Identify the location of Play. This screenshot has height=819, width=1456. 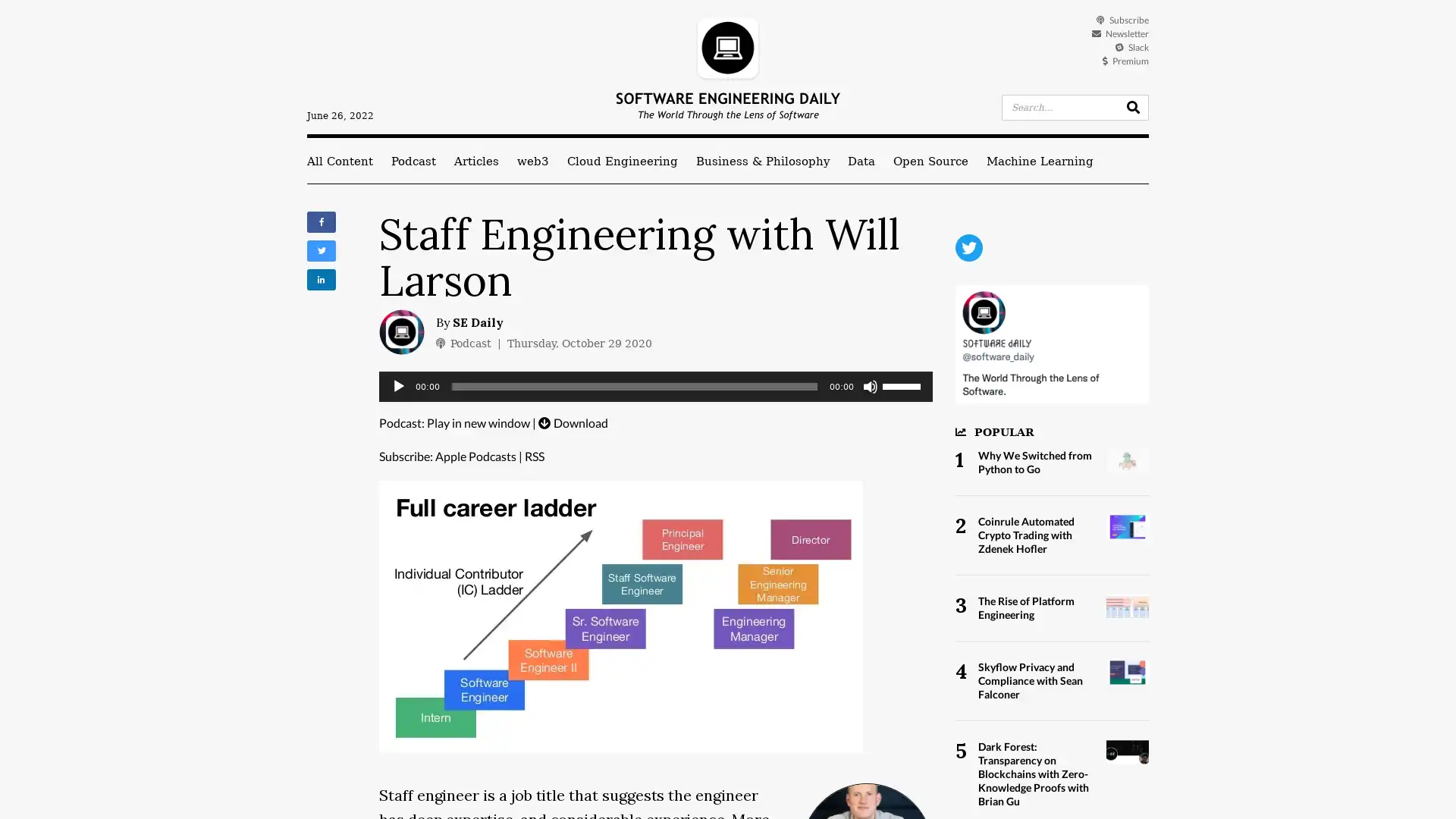
(397, 385).